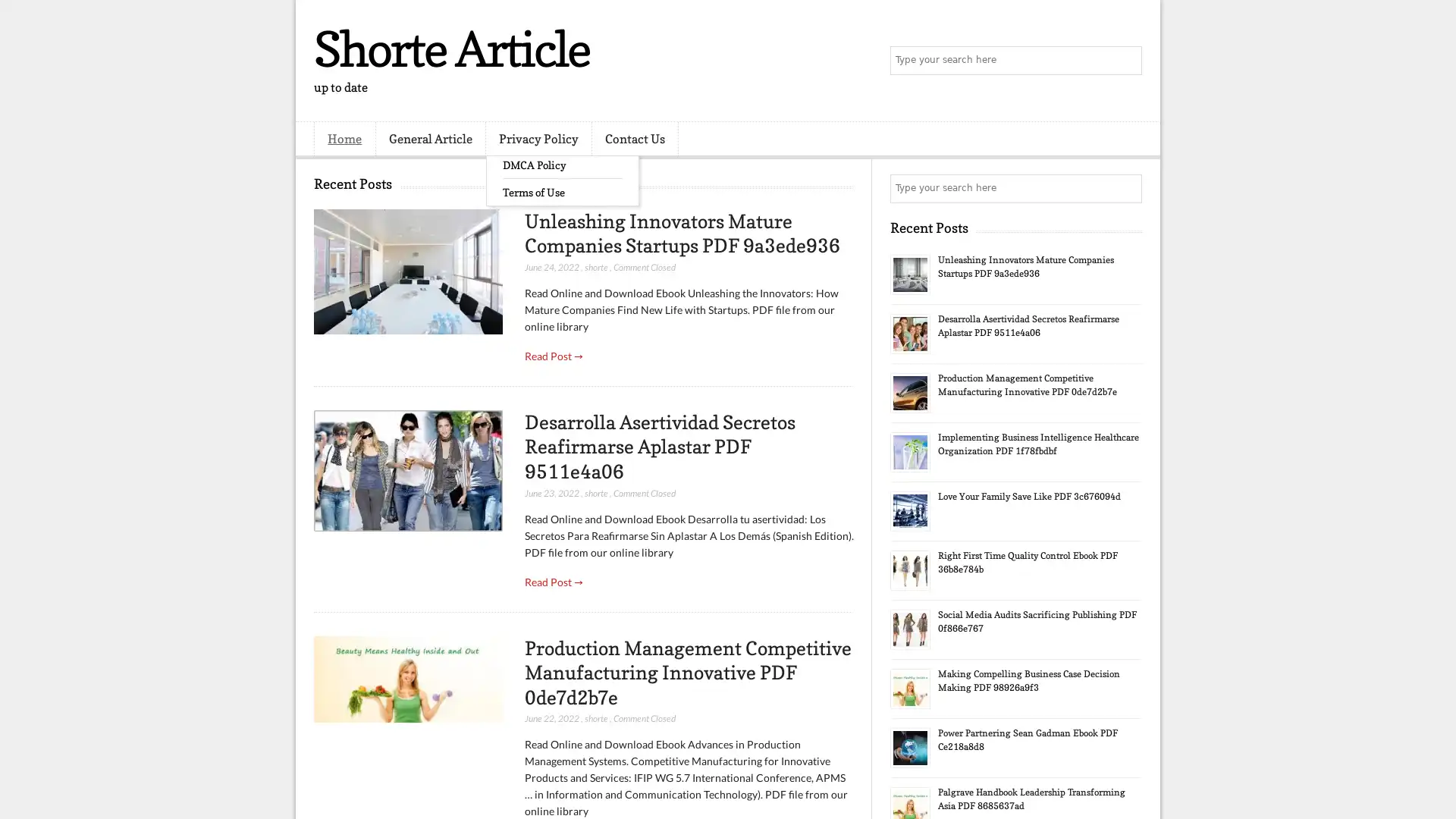  What do you see at coordinates (1126, 188) in the screenshot?
I see `Search` at bounding box center [1126, 188].